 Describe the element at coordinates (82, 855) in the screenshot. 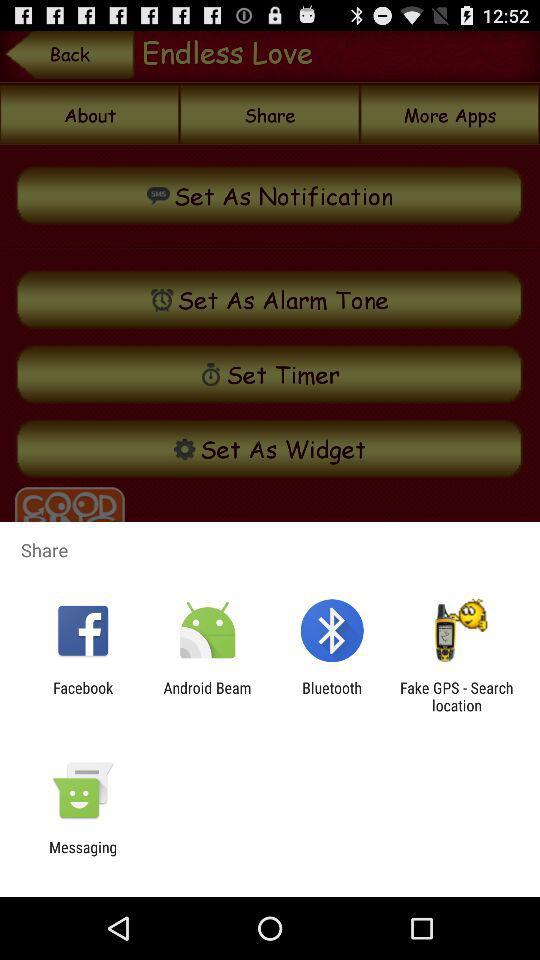

I see `messaging app` at that location.